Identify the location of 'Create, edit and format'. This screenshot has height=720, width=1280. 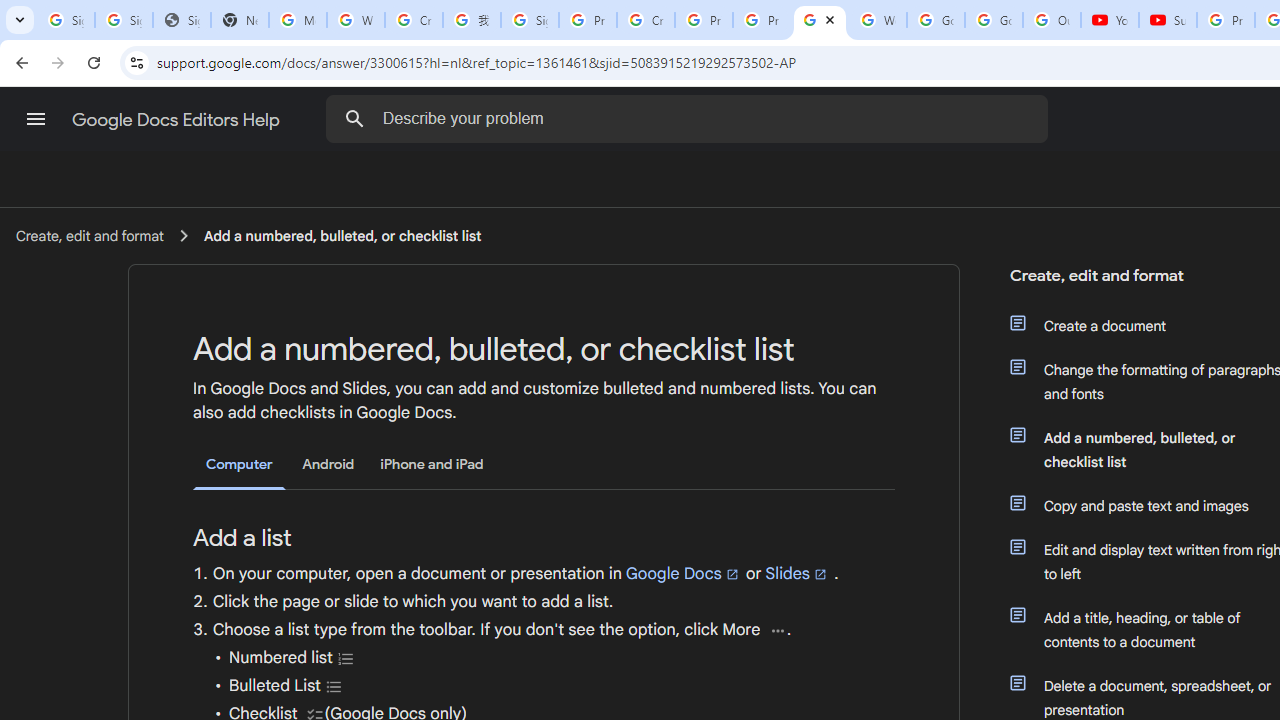
(88, 234).